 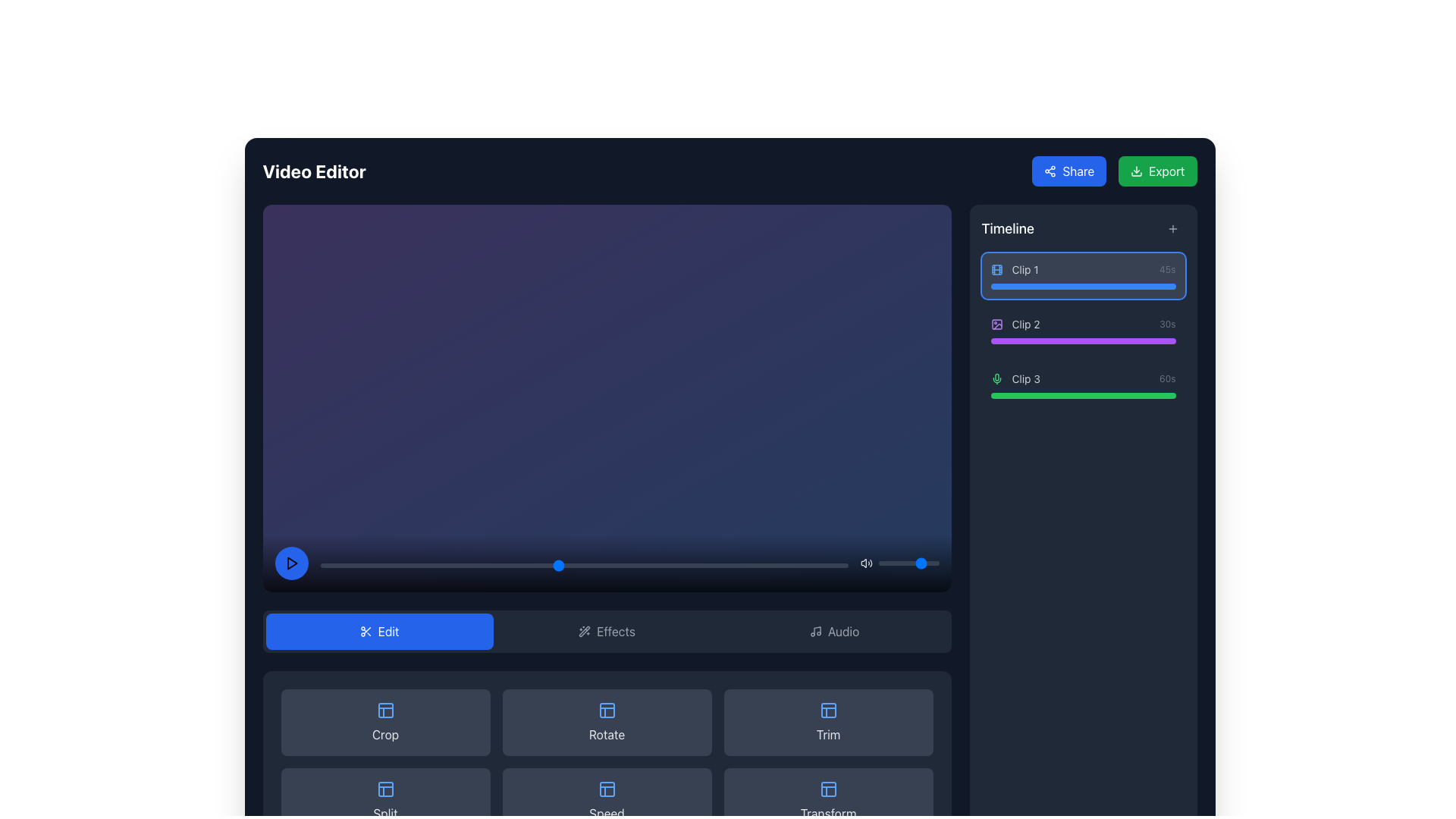 What do you see at coordinates (1082, 329) in the screenshot?
I see `the purple horizontal bar labeled 'Clip 2' on the timeline` at bounding box center [1082, 329].